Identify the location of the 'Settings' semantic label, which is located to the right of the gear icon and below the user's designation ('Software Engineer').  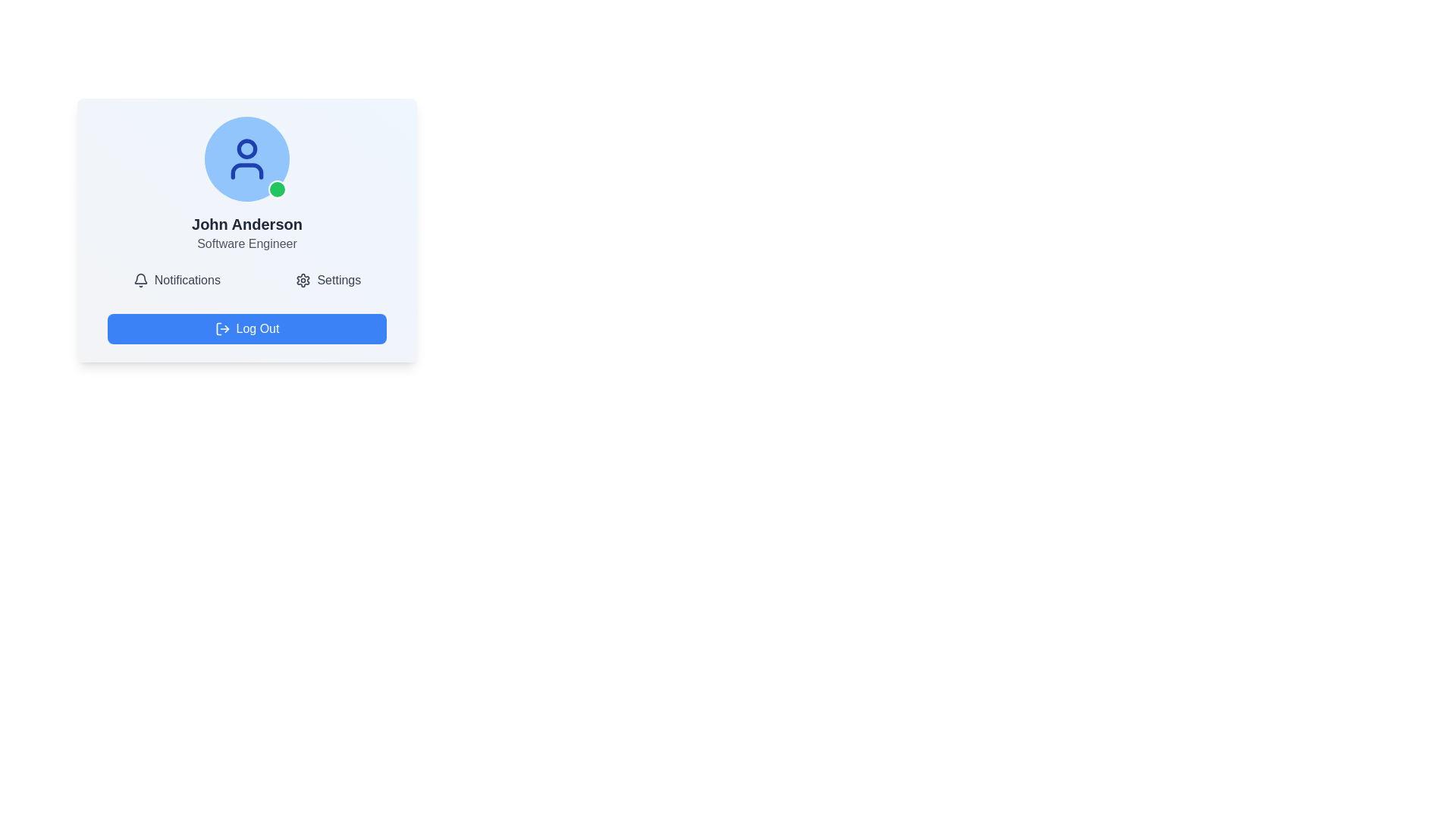
(338, 281).